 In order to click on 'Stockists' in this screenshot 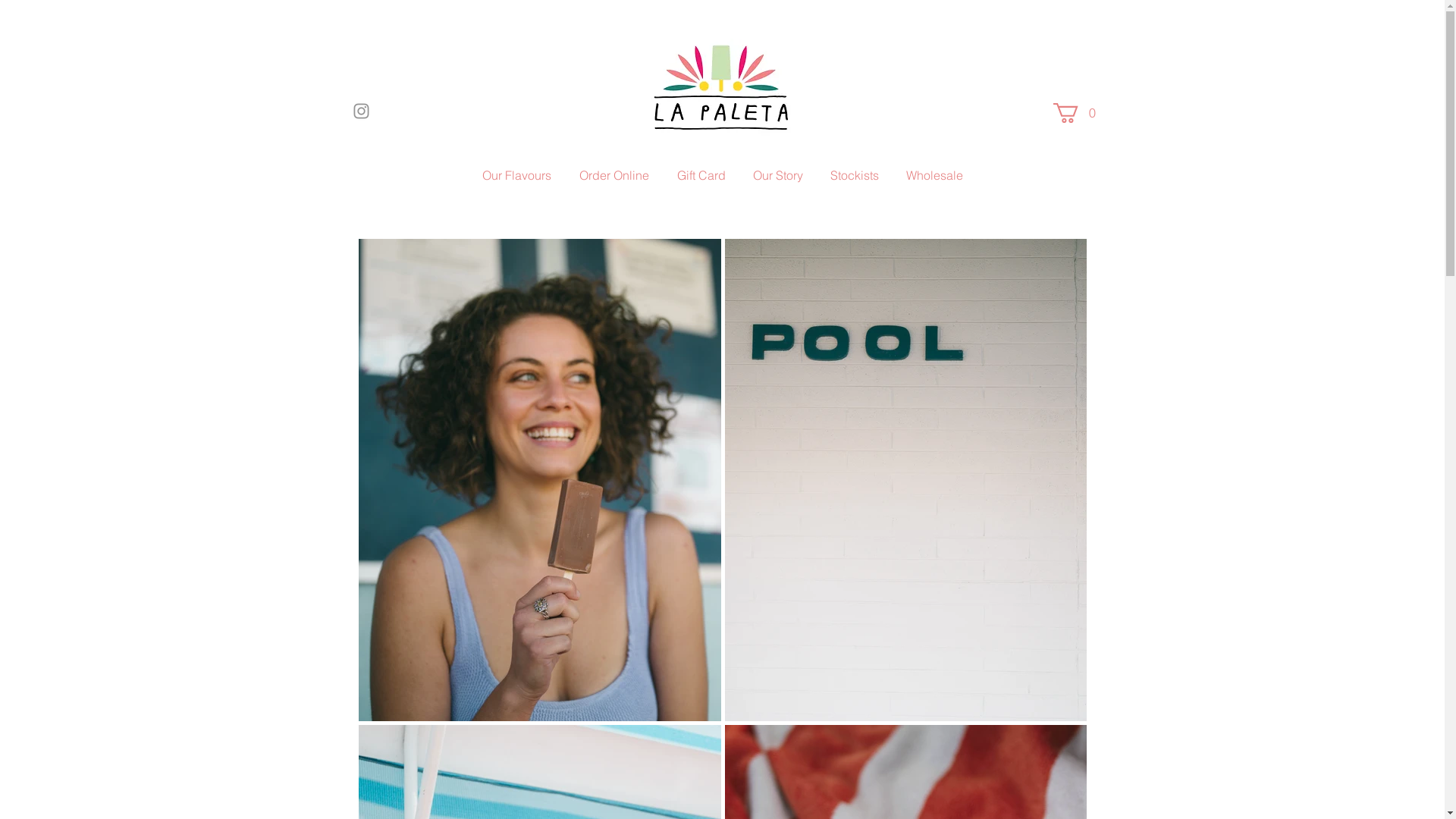, I will do `click(817, 174)`.